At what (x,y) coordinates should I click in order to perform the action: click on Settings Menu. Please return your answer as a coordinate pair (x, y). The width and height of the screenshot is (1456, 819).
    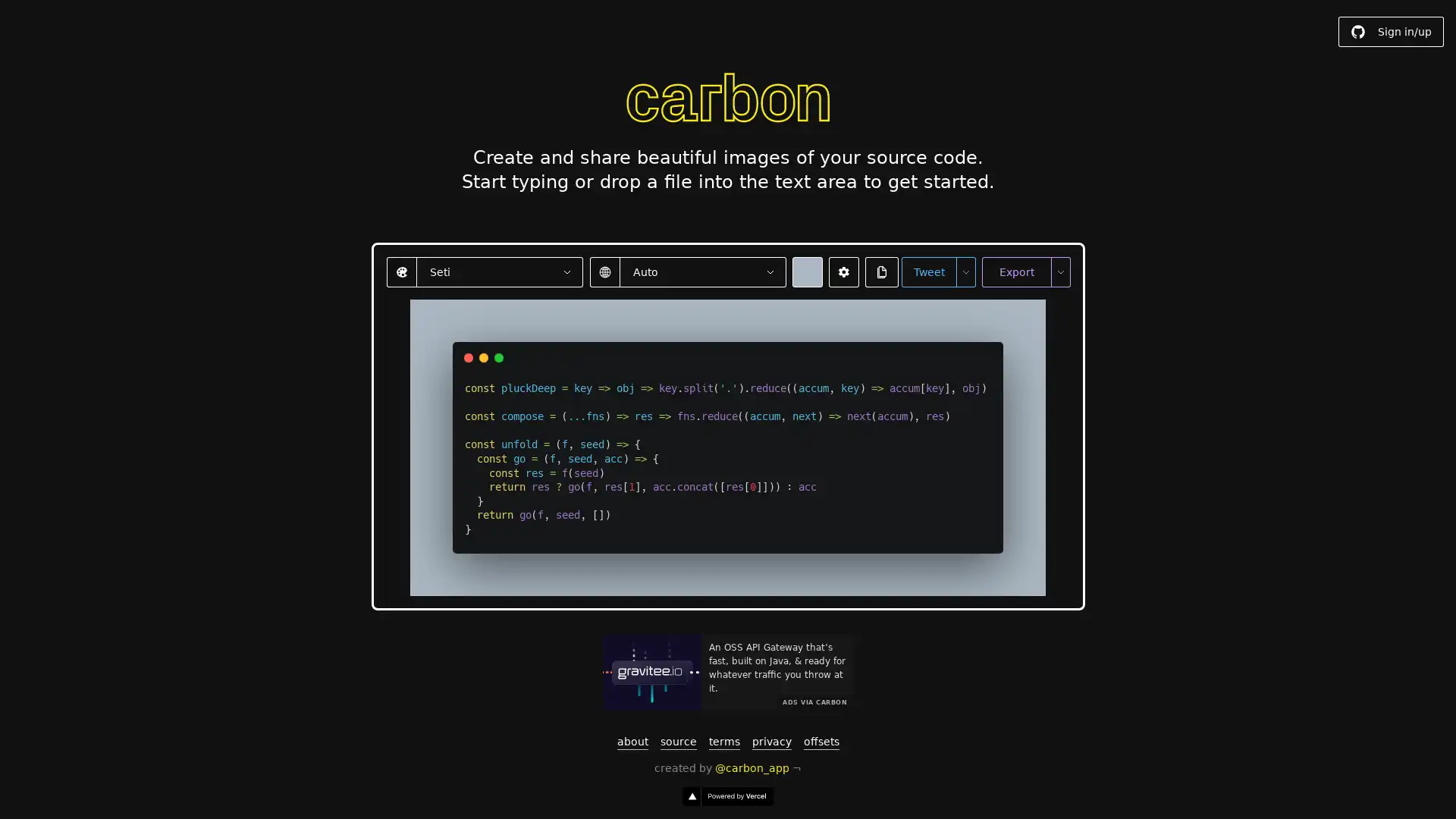
    Looking at the image, I should click on (843, 271).